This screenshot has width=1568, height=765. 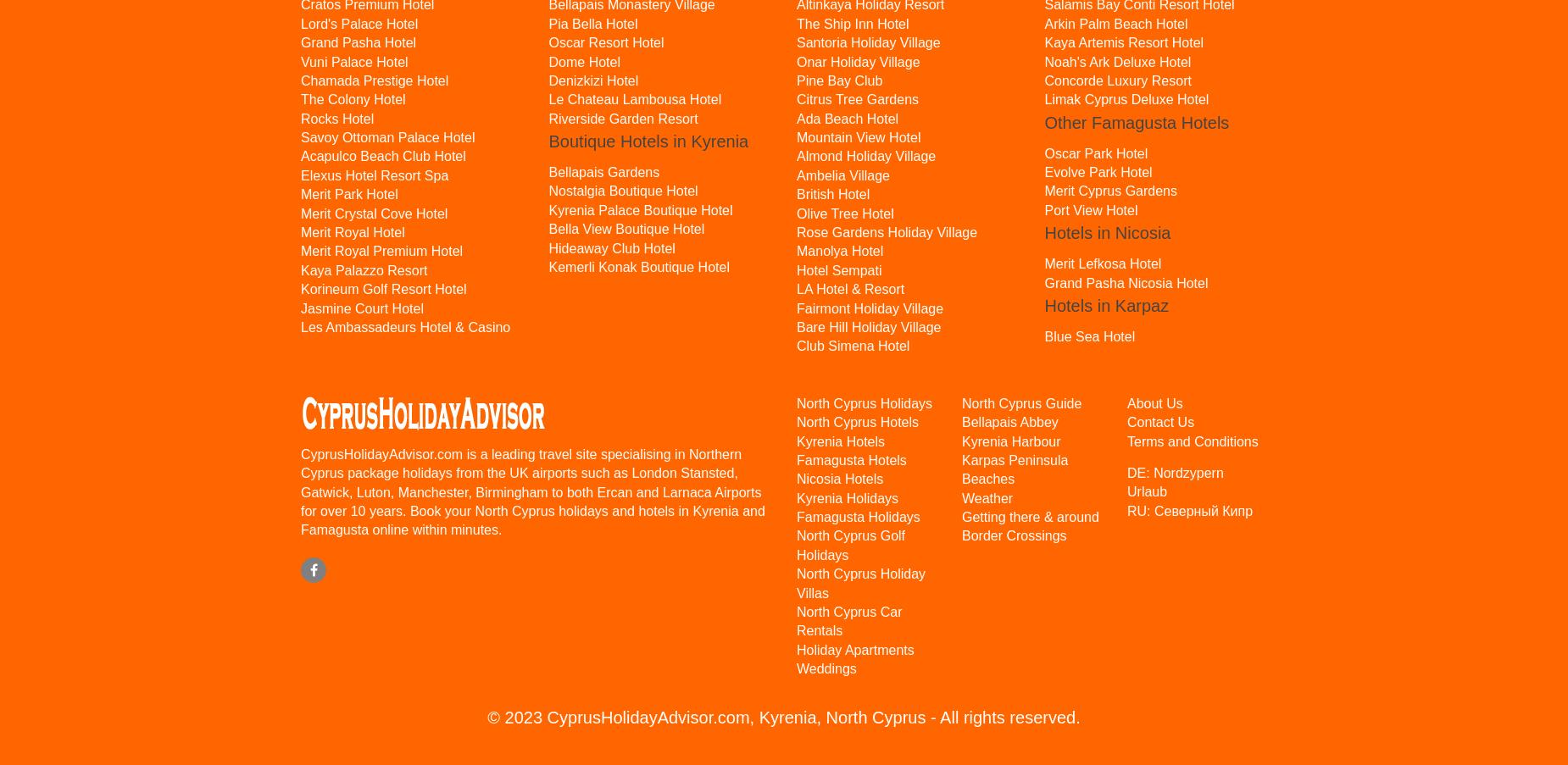 I want to click on 'Holiday Apartments', so click(x=795, y=649).